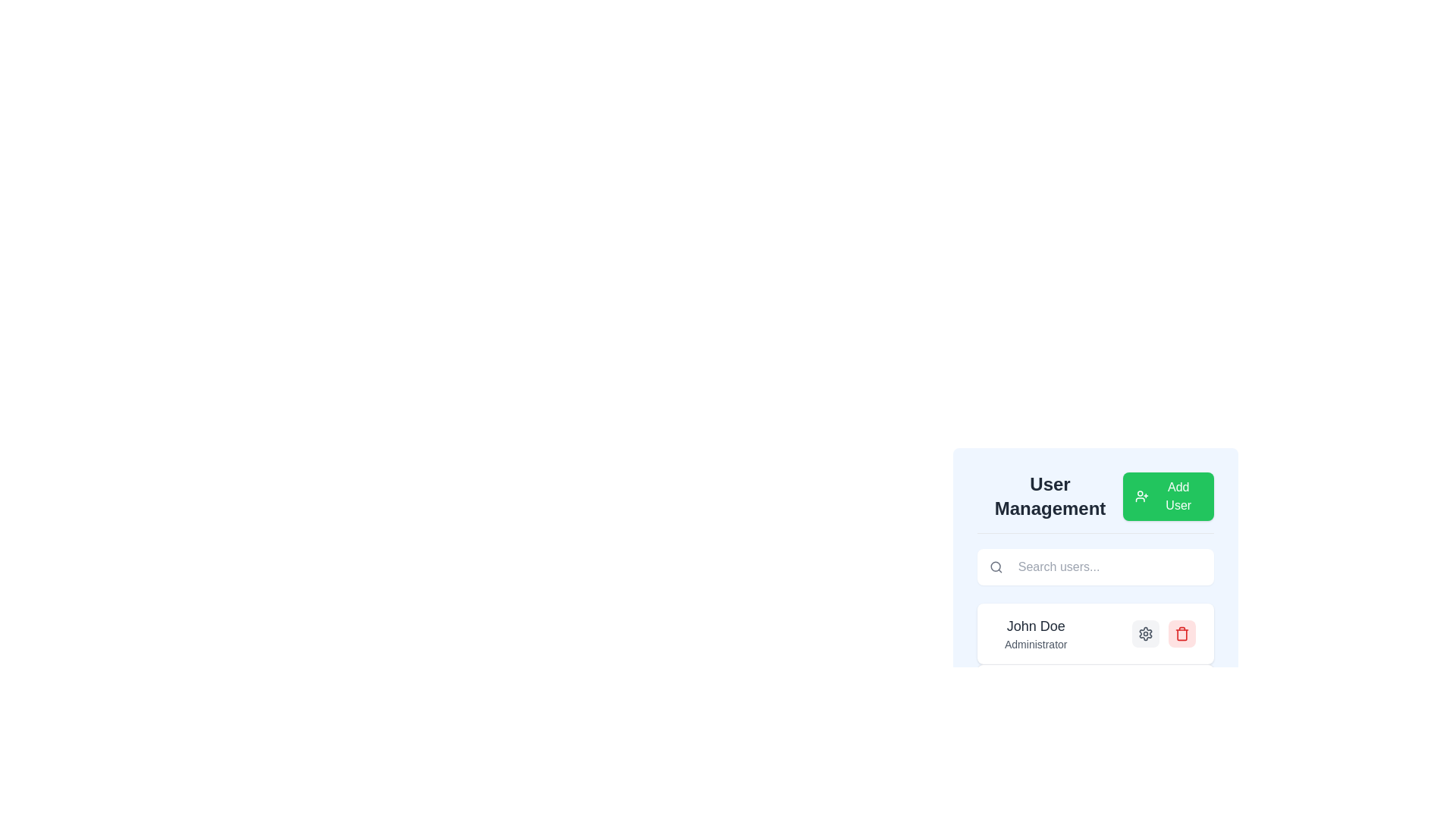 The width and height of the screenshot is (1456, 819). I want to click on the 'User Management' static text heading, which is displayed in a bold font and serves as a title in the interface, so click(1050, 497).